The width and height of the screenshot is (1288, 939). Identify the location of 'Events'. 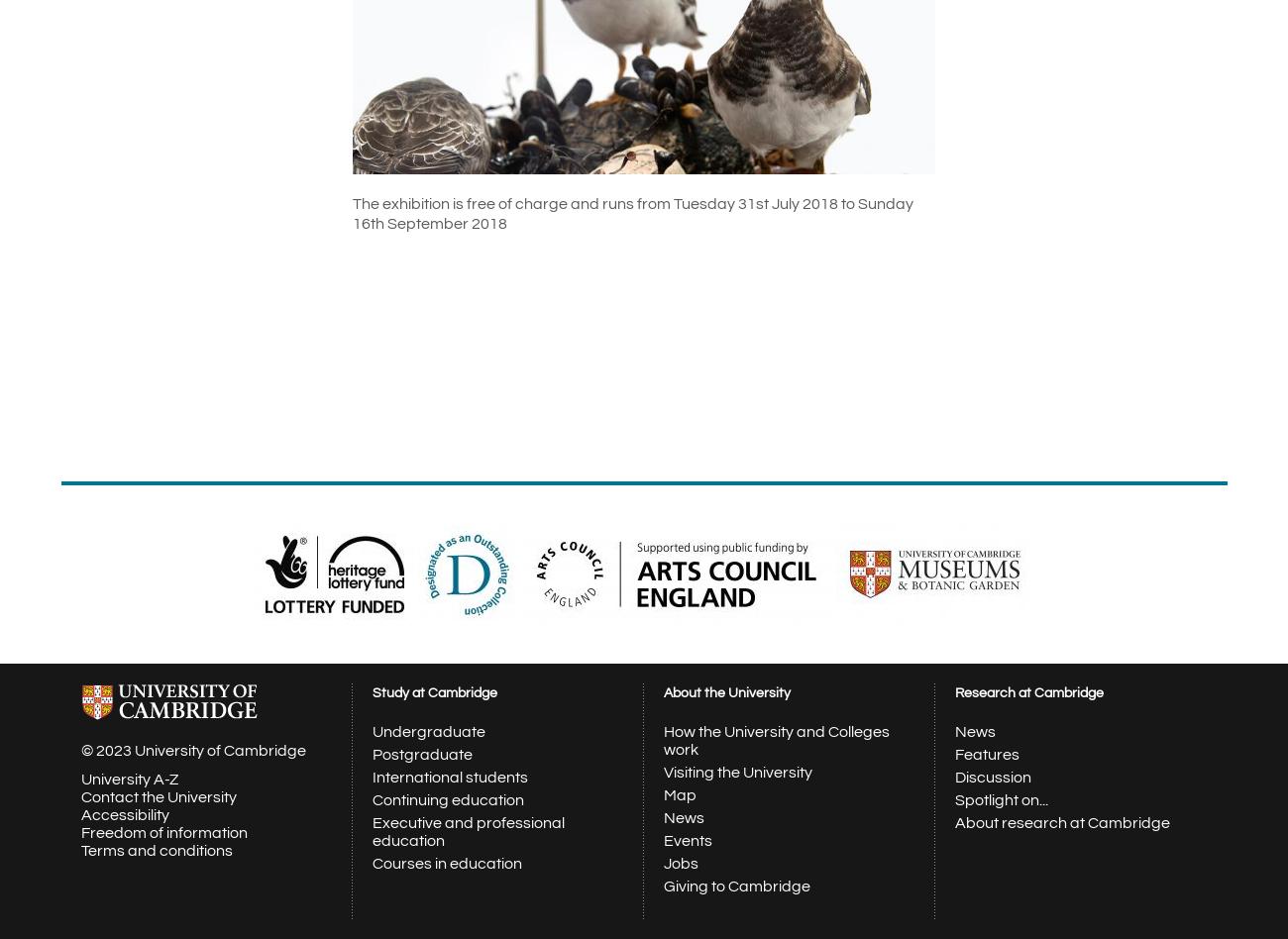
(687, 840).